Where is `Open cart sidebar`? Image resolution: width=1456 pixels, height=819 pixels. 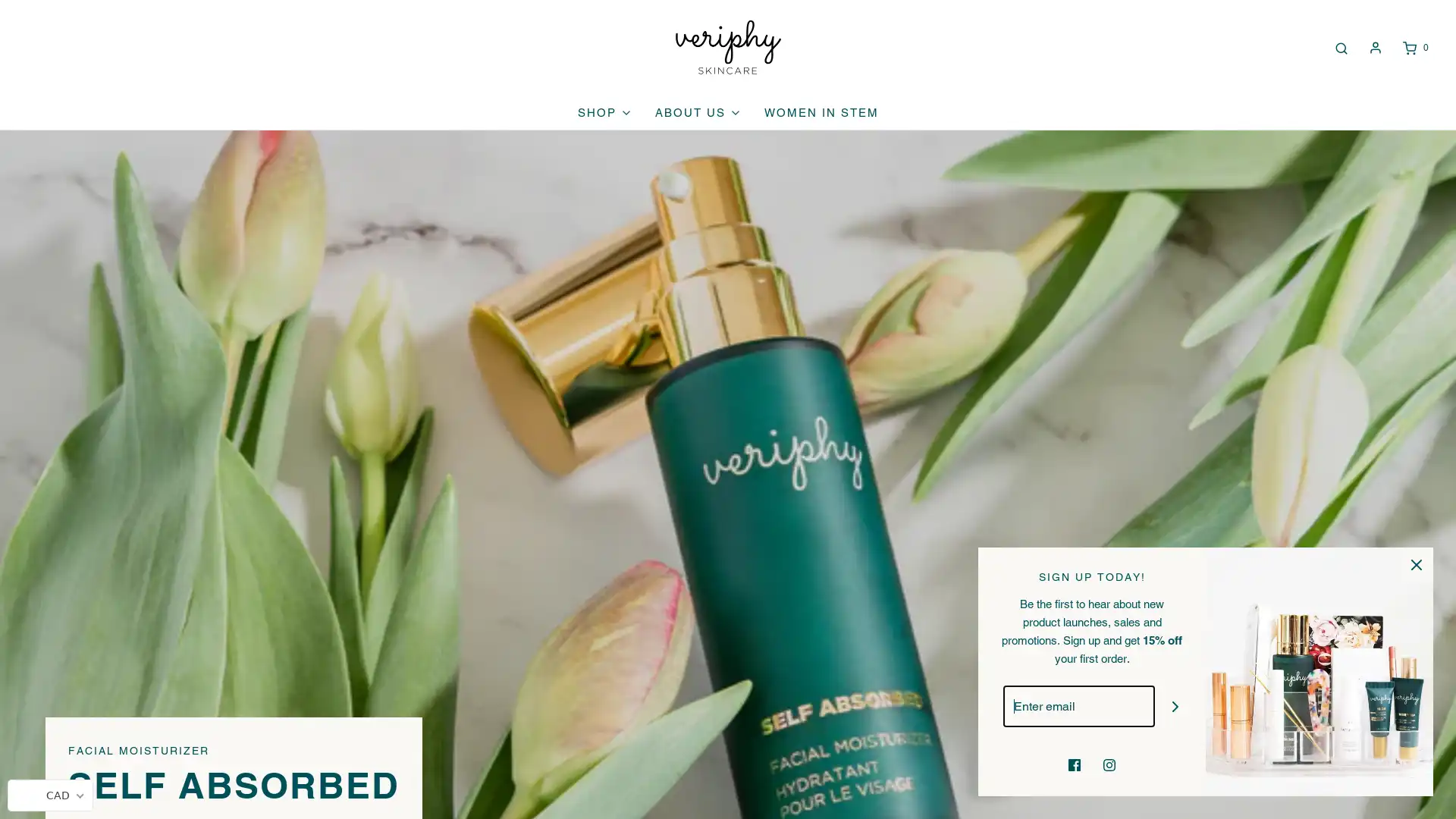
Open cart sidebar is located at coordinates (1414, 46).